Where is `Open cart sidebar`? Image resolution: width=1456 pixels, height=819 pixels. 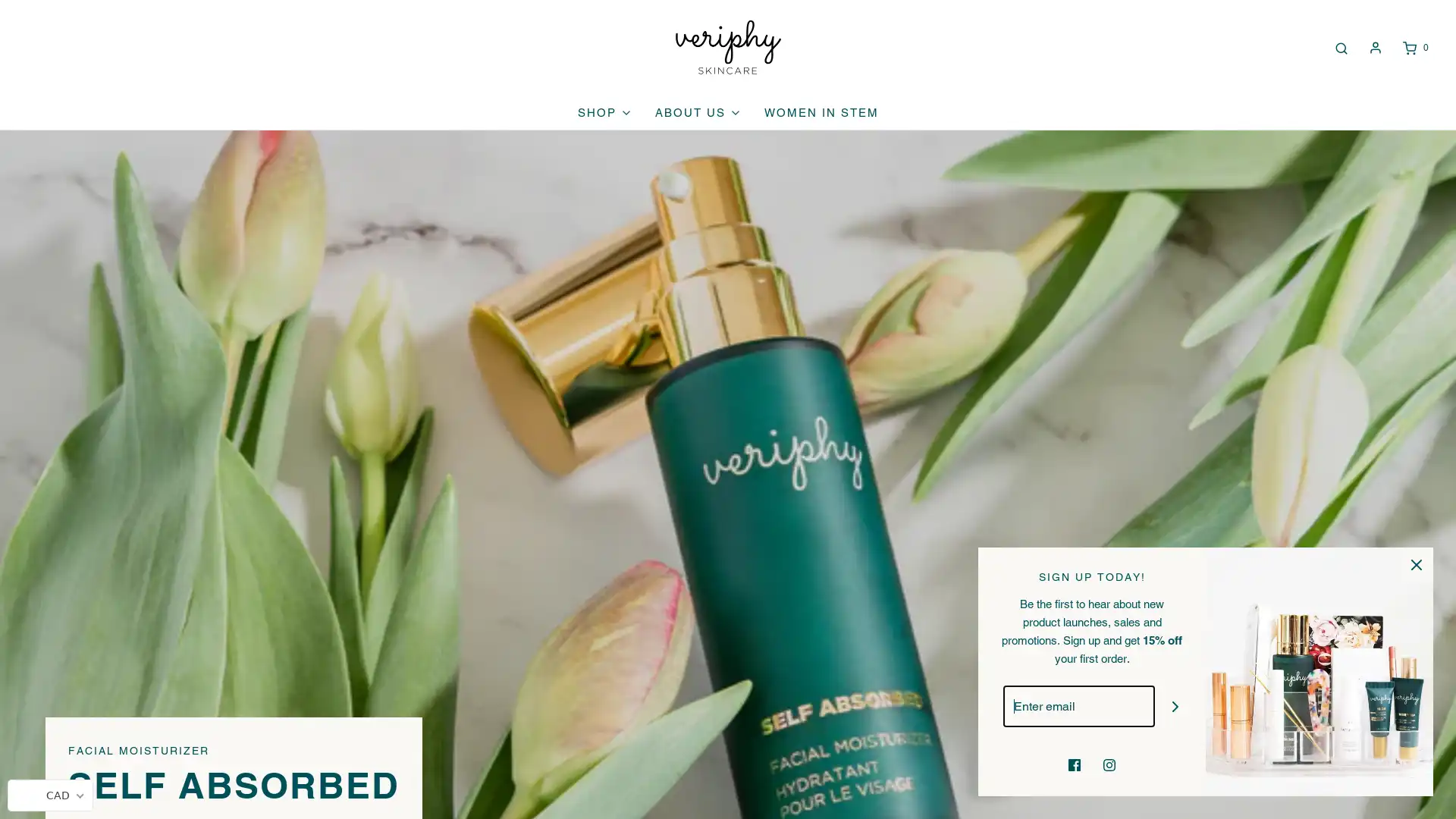
Open cart sidebar is located at coordinates (1414, 46).